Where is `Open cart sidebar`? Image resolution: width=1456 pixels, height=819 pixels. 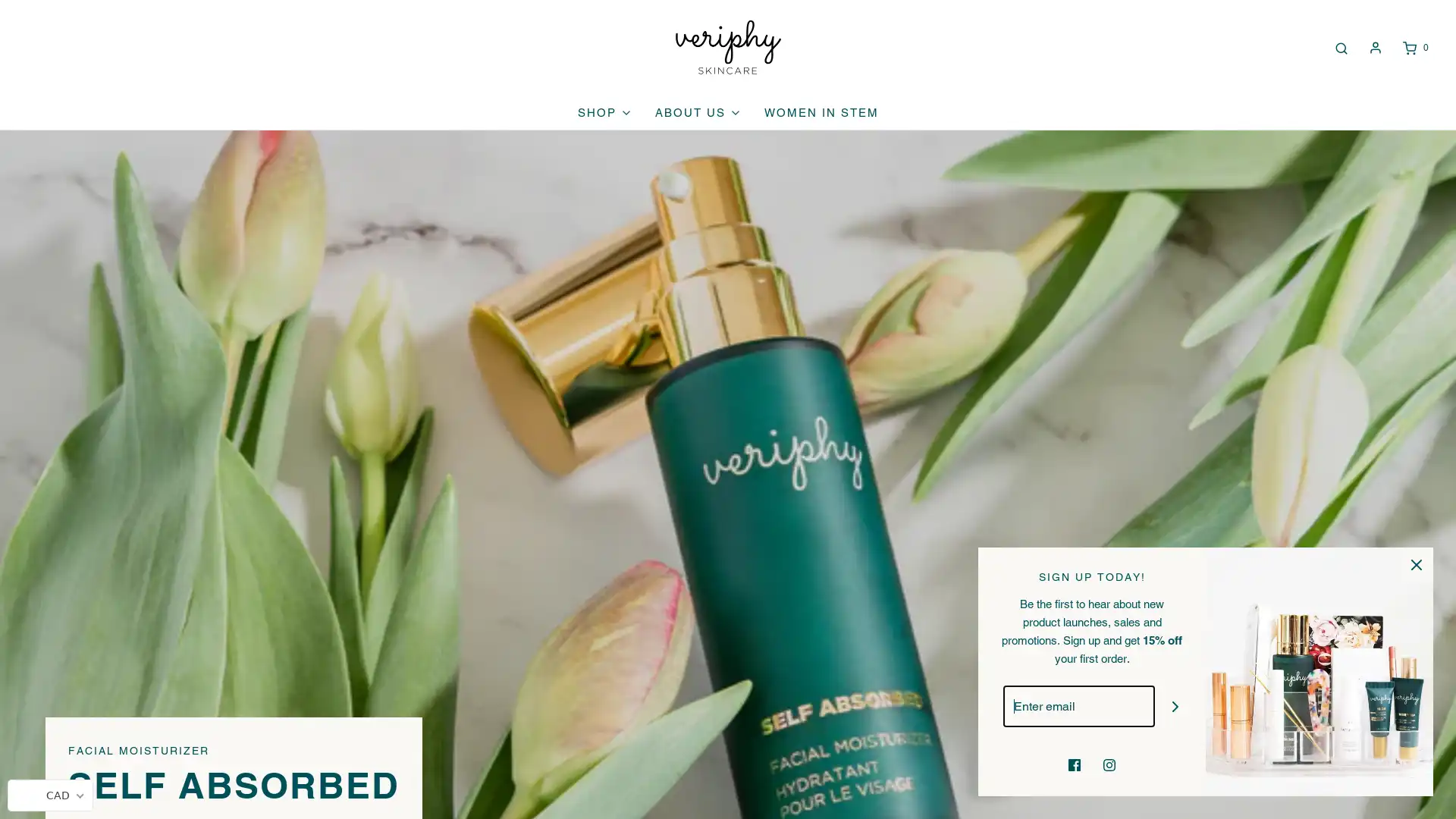
Open cart sidebar is located at coordinates (1414, 46).